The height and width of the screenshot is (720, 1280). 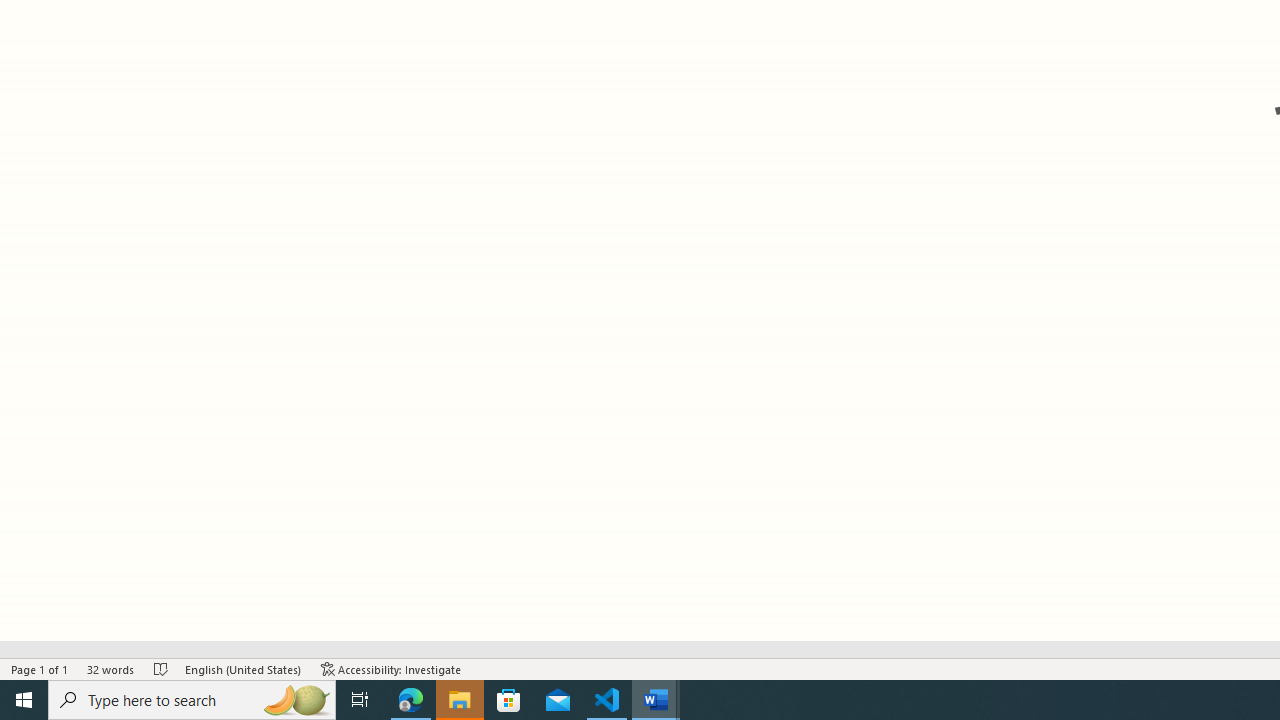 I want to click on 'Word Count 32 words', so click(x=110, y=669).